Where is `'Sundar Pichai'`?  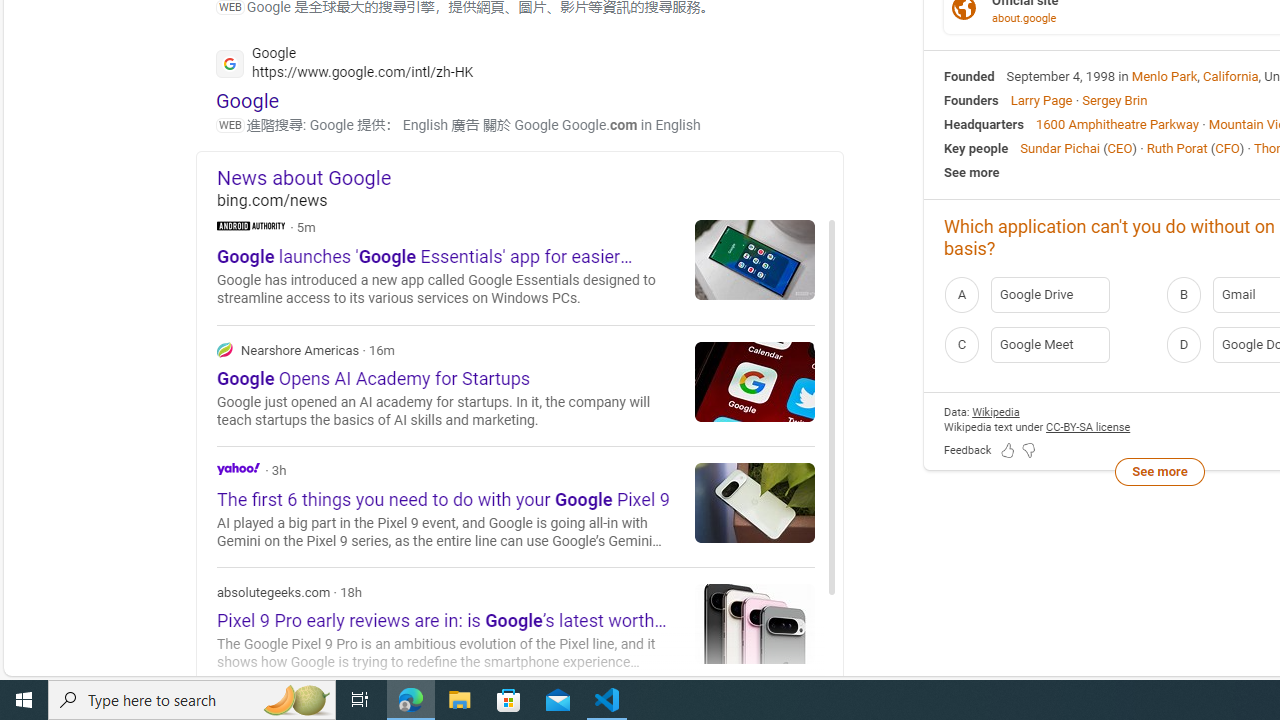 'Sundar Pichai' is located at coordinates (1058, 146).